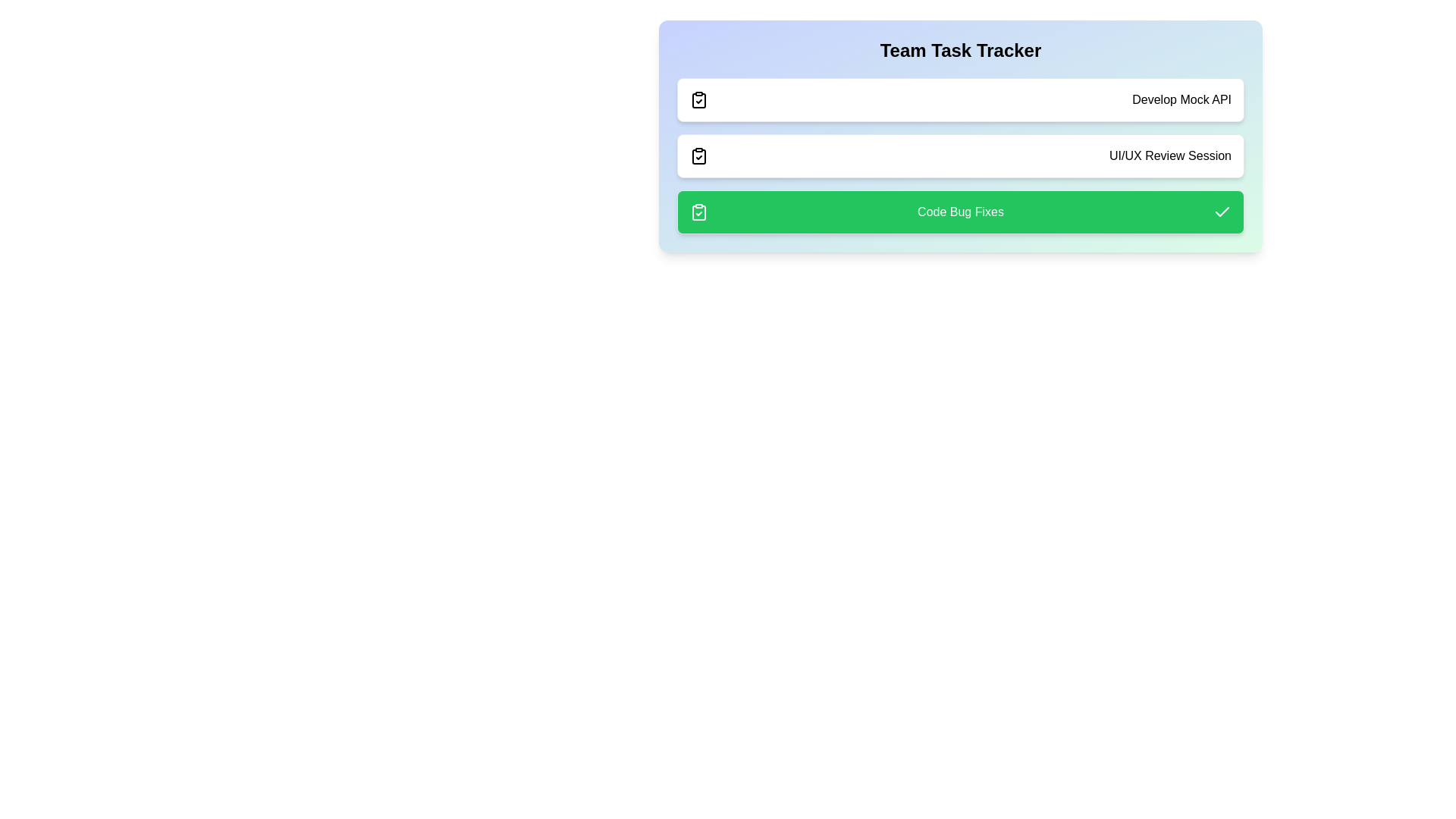 This screenshot has height=819, width=1456. Describe the element at coordinates (698, 212) in the screenshot. I see `the icon corresponding to Code Bug Fixes to toggle its status` at that location.